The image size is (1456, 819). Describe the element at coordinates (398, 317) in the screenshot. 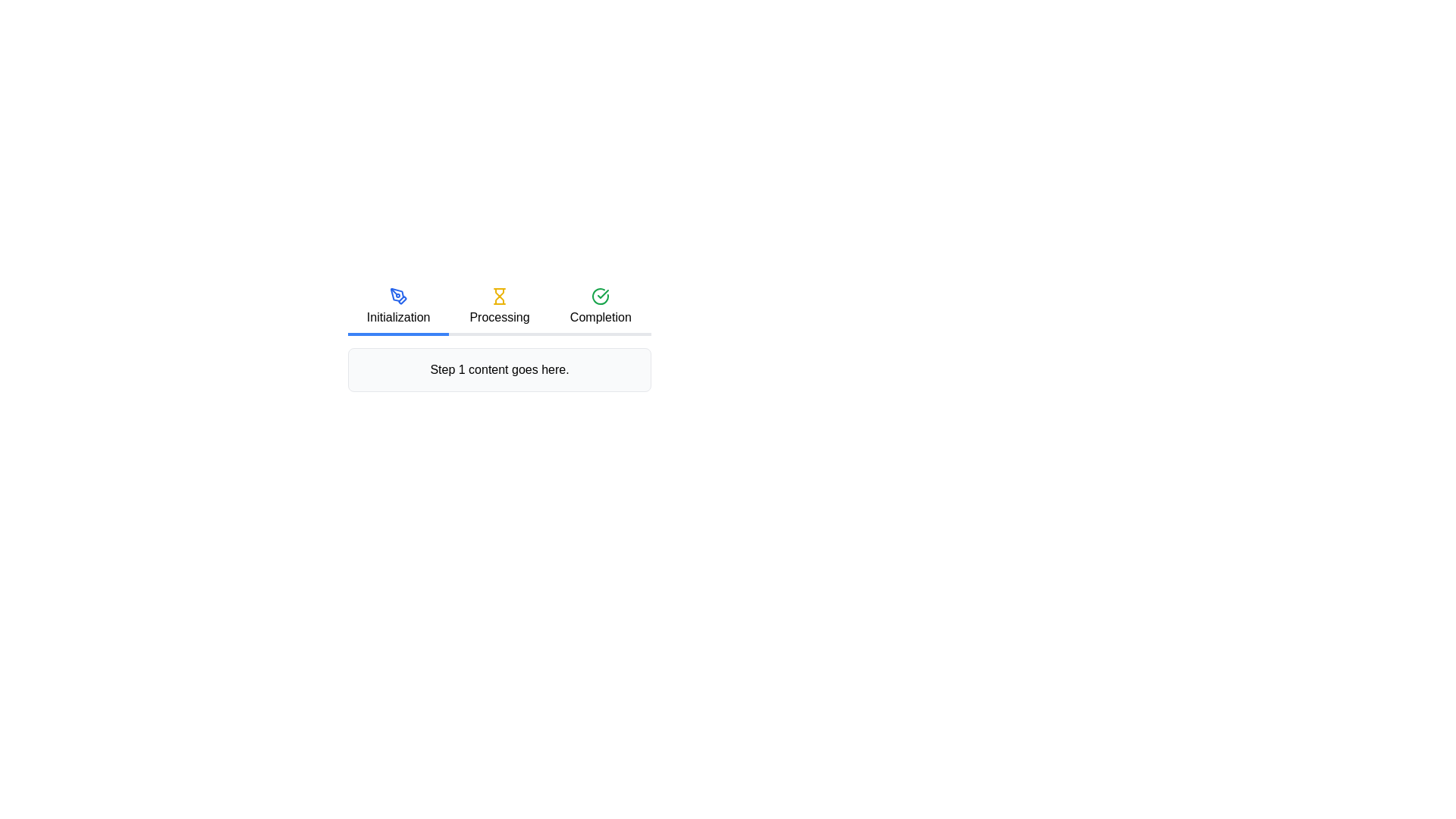

I see `the 'Initialization' text label in the progress bar, which indicates the current step of the process` at that location.